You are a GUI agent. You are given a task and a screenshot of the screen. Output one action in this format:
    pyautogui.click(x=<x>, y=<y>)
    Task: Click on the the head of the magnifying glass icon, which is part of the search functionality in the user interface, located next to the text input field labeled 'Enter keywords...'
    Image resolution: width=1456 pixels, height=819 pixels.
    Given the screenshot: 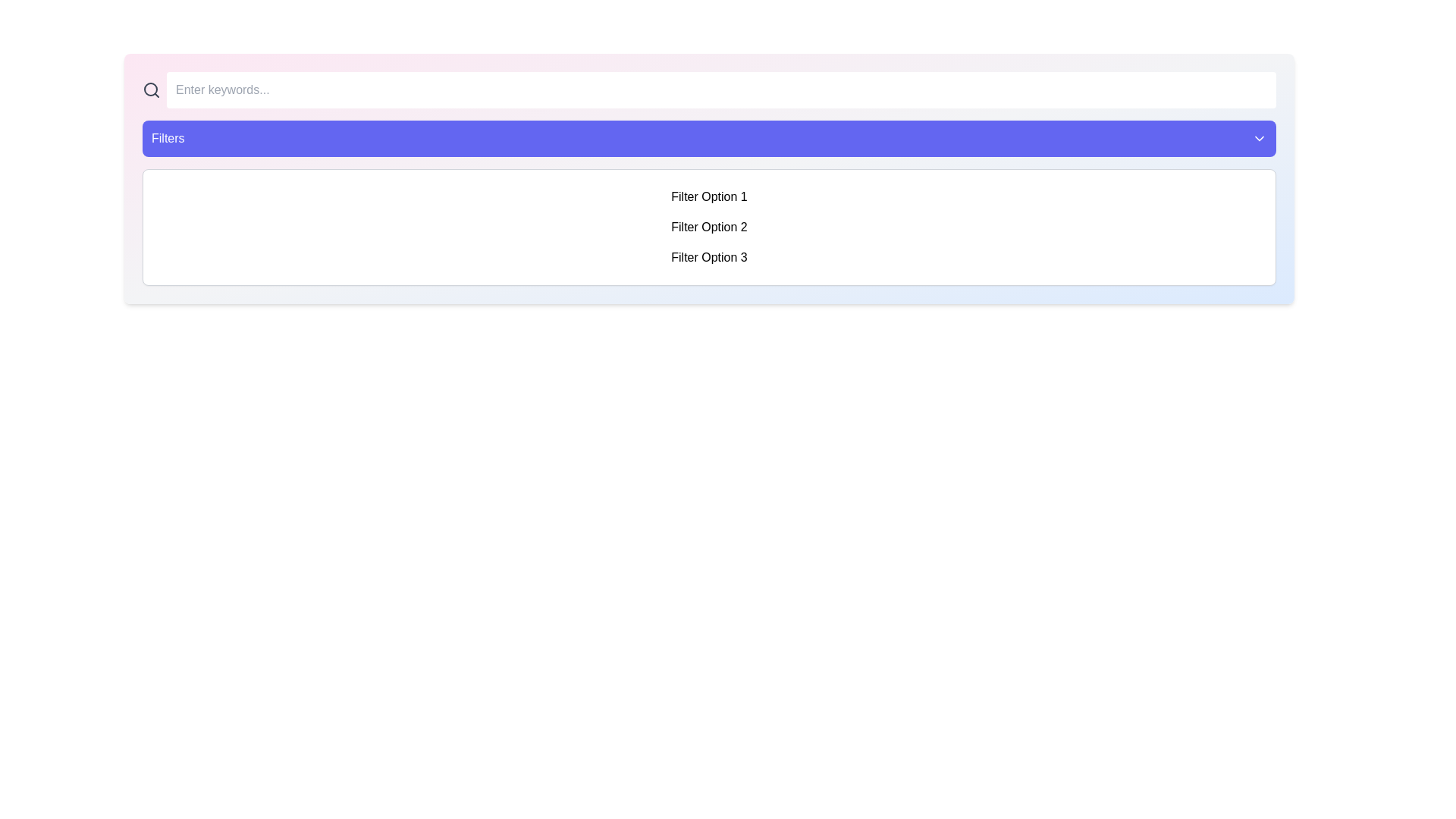 What is the action you would take?
    pyautogui.click(x=150, y=89)
    